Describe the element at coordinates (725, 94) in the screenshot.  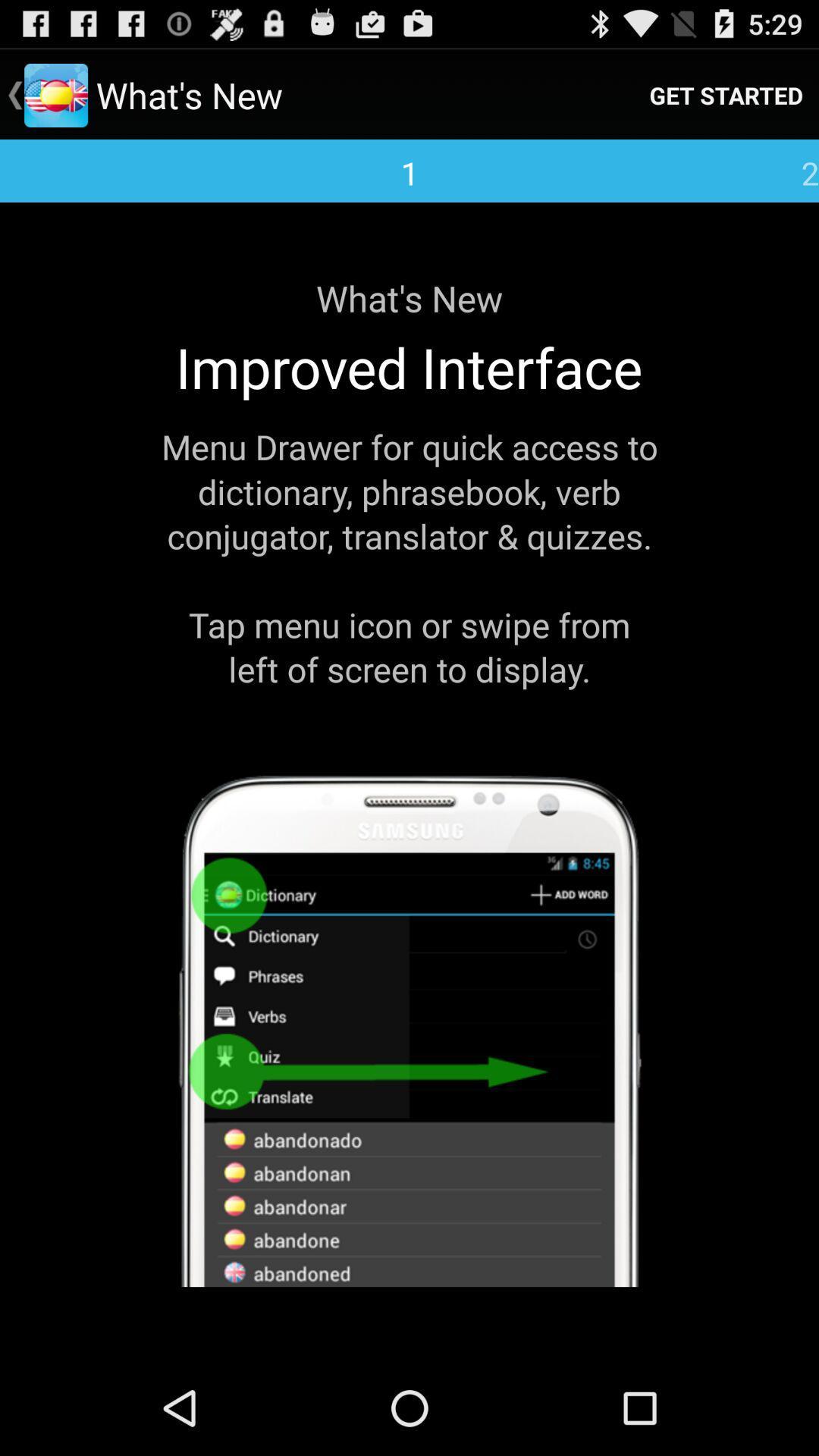
I see `get started item` at that location.